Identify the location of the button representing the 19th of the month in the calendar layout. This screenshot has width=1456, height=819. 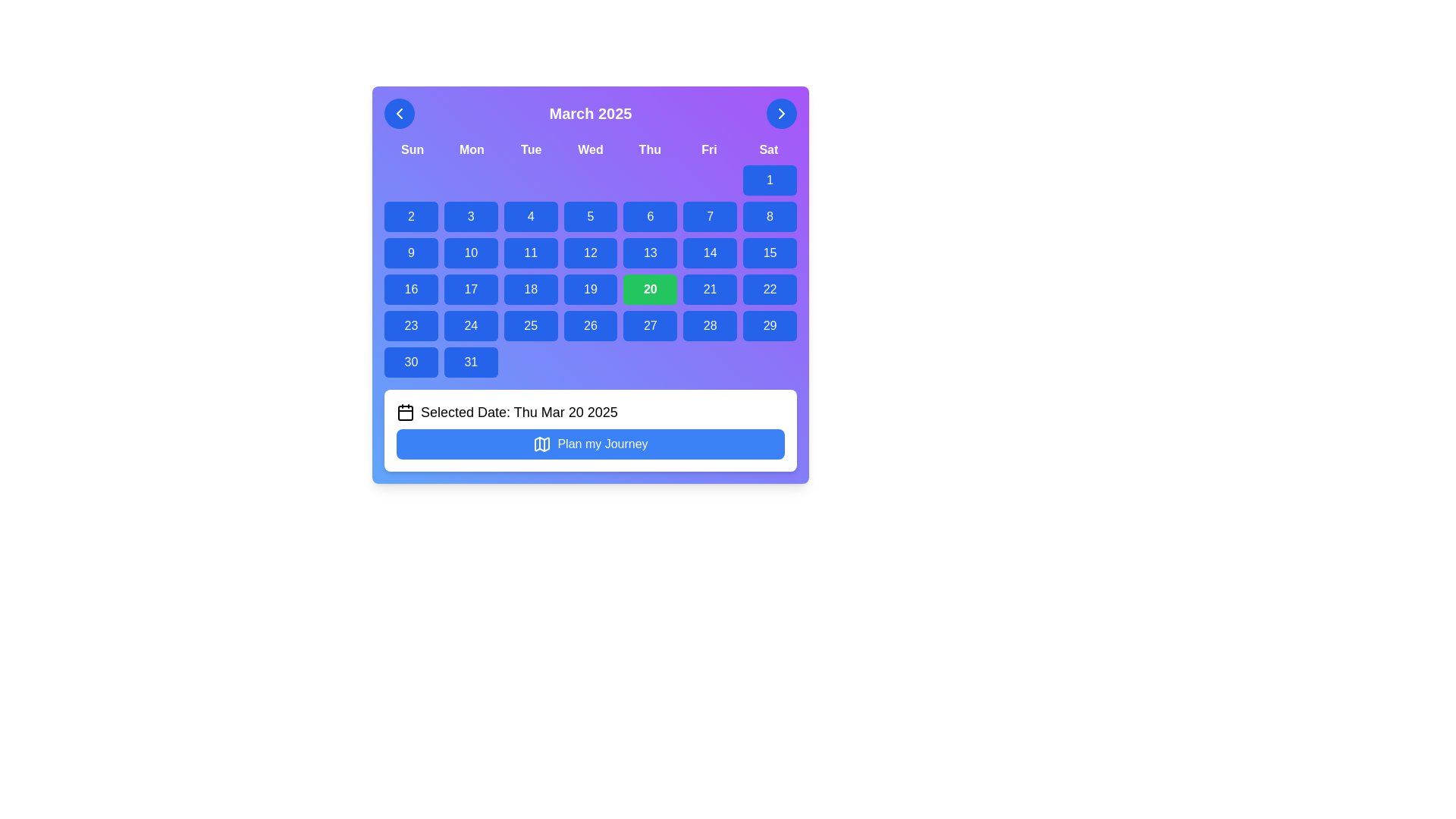
(589, 289).